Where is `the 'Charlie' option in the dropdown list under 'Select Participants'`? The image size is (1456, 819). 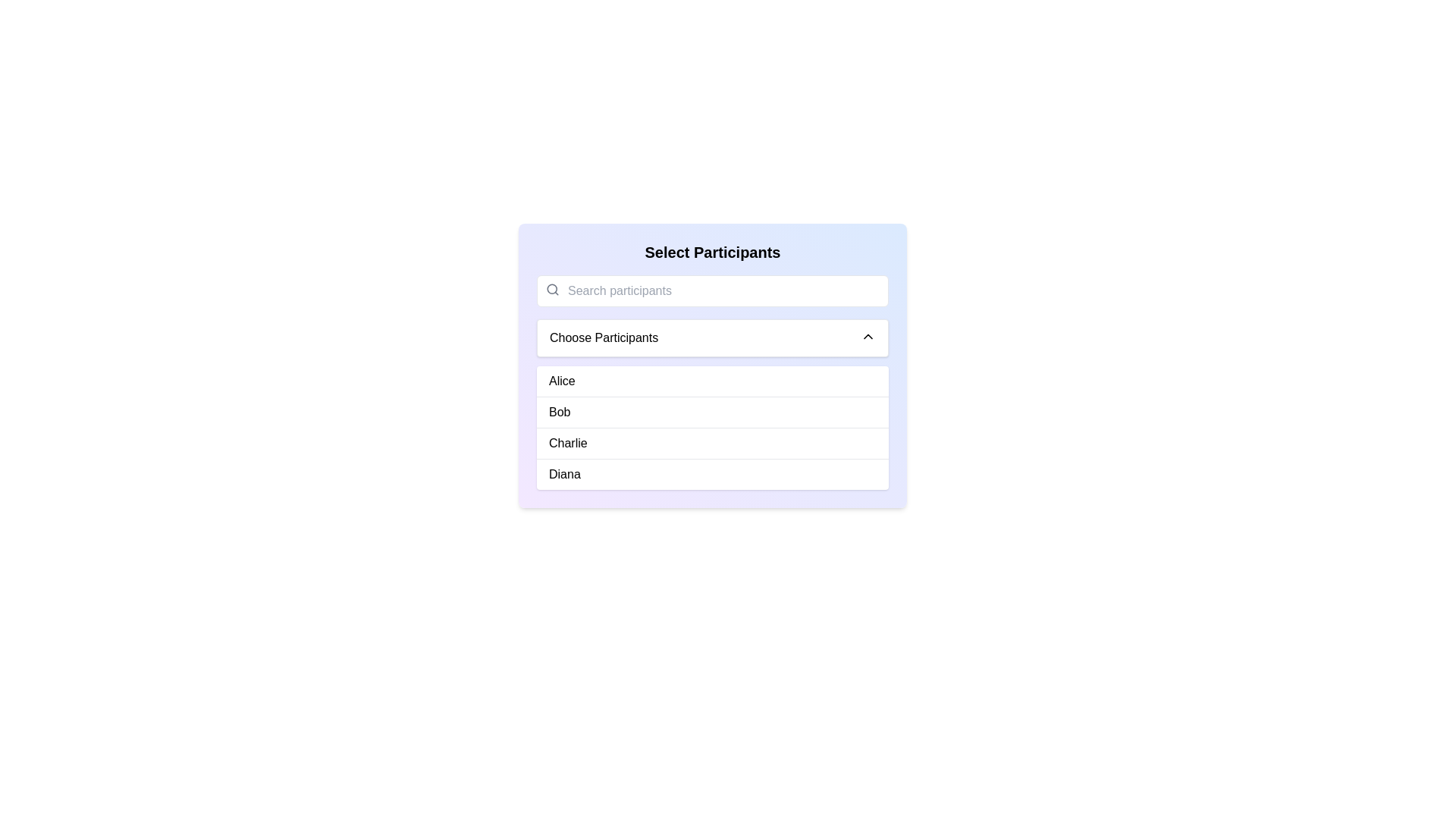
the 'Charlie' option in the dropdown list under 'Select Participants' is located at coordinates (567, 444).